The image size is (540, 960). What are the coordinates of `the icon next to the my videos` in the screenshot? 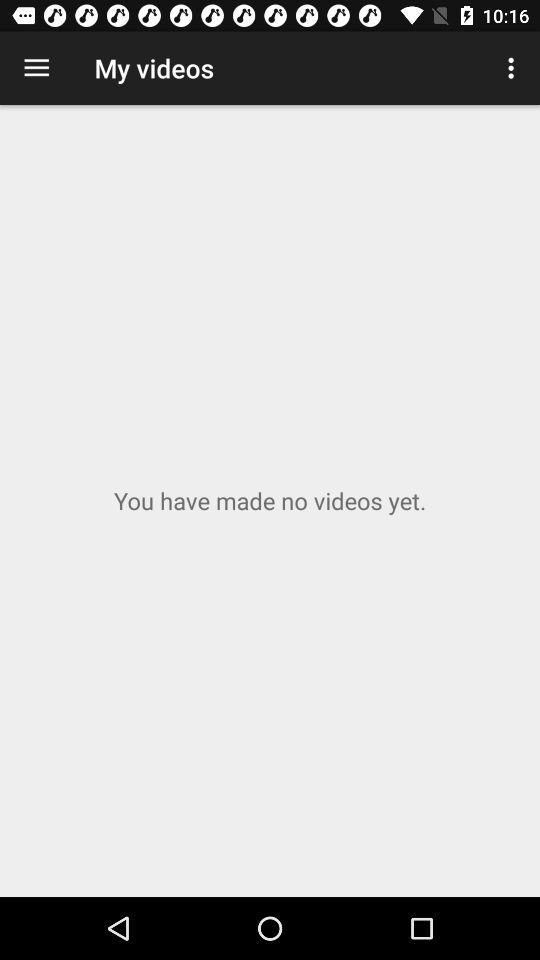 It's located at (513, 68).